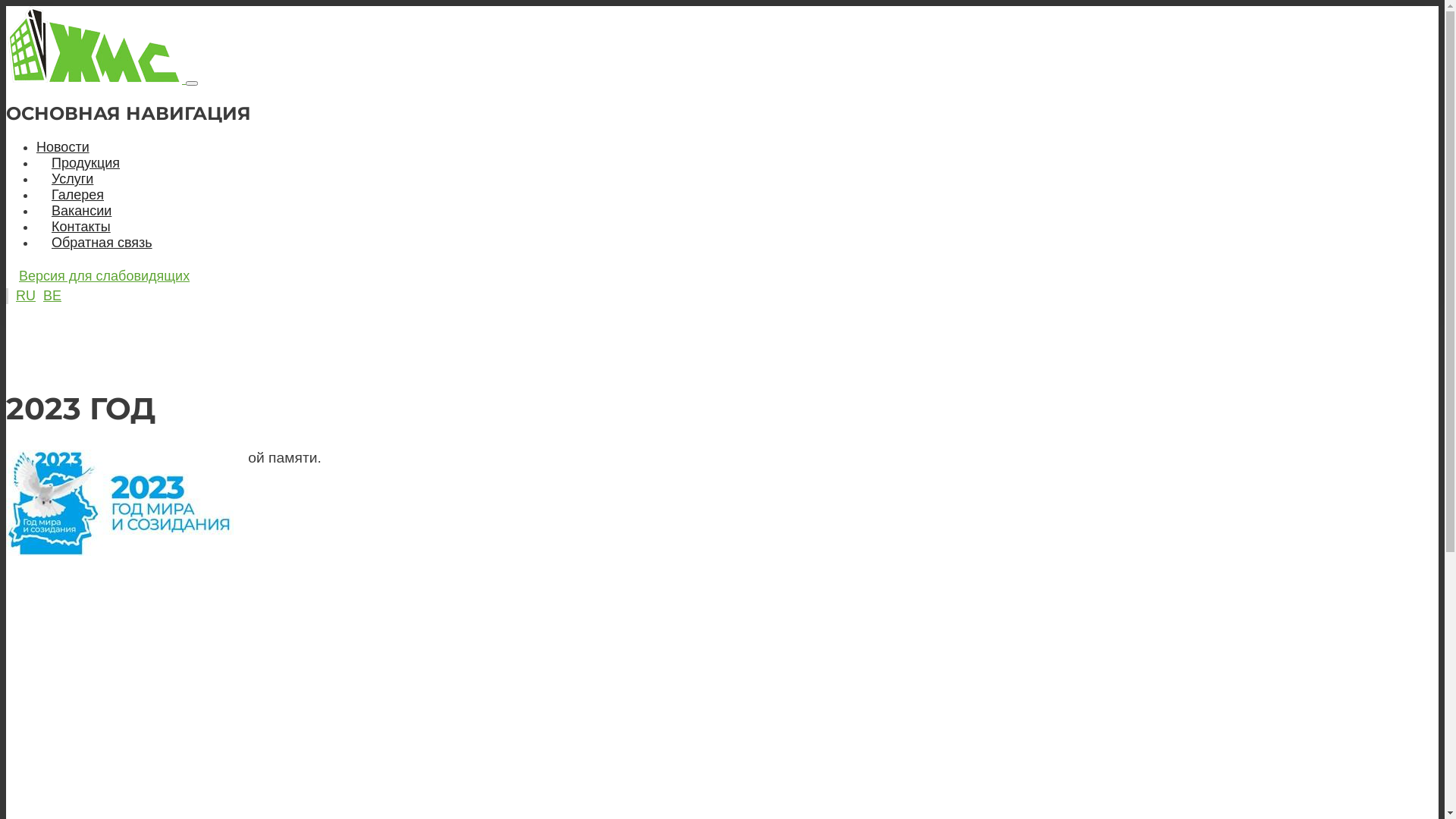 This screenshot has width=1456, height=819. What do you see at coordinates (52, 295) in the screenshot?
I see `'BE'` at bounding box center [52, 295].